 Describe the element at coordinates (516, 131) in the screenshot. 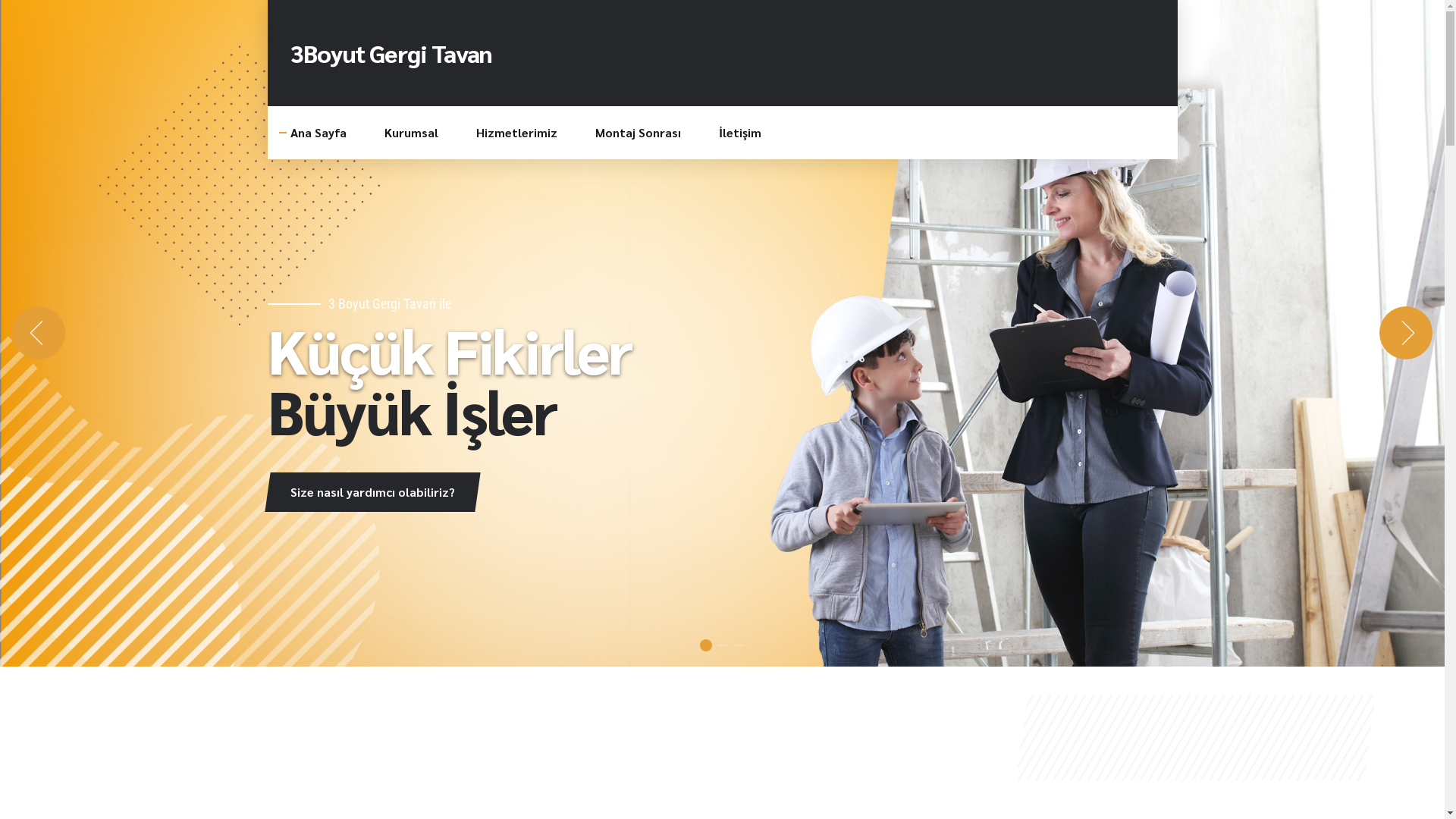

I see `'Hizmetlerimiz'` at that location.